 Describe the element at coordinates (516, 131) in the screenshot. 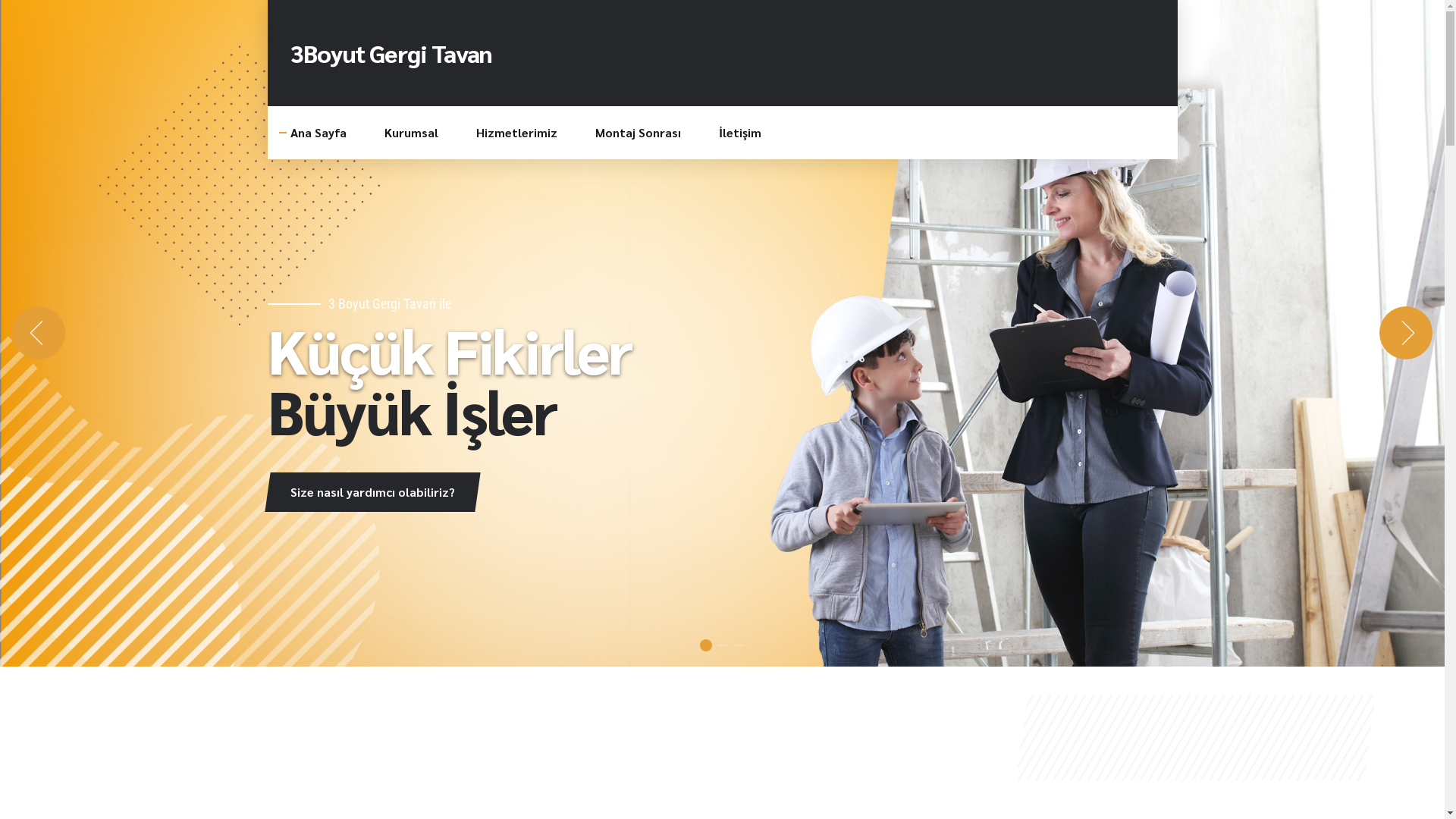

I see `'Hizmetlerimiz'` at that location.